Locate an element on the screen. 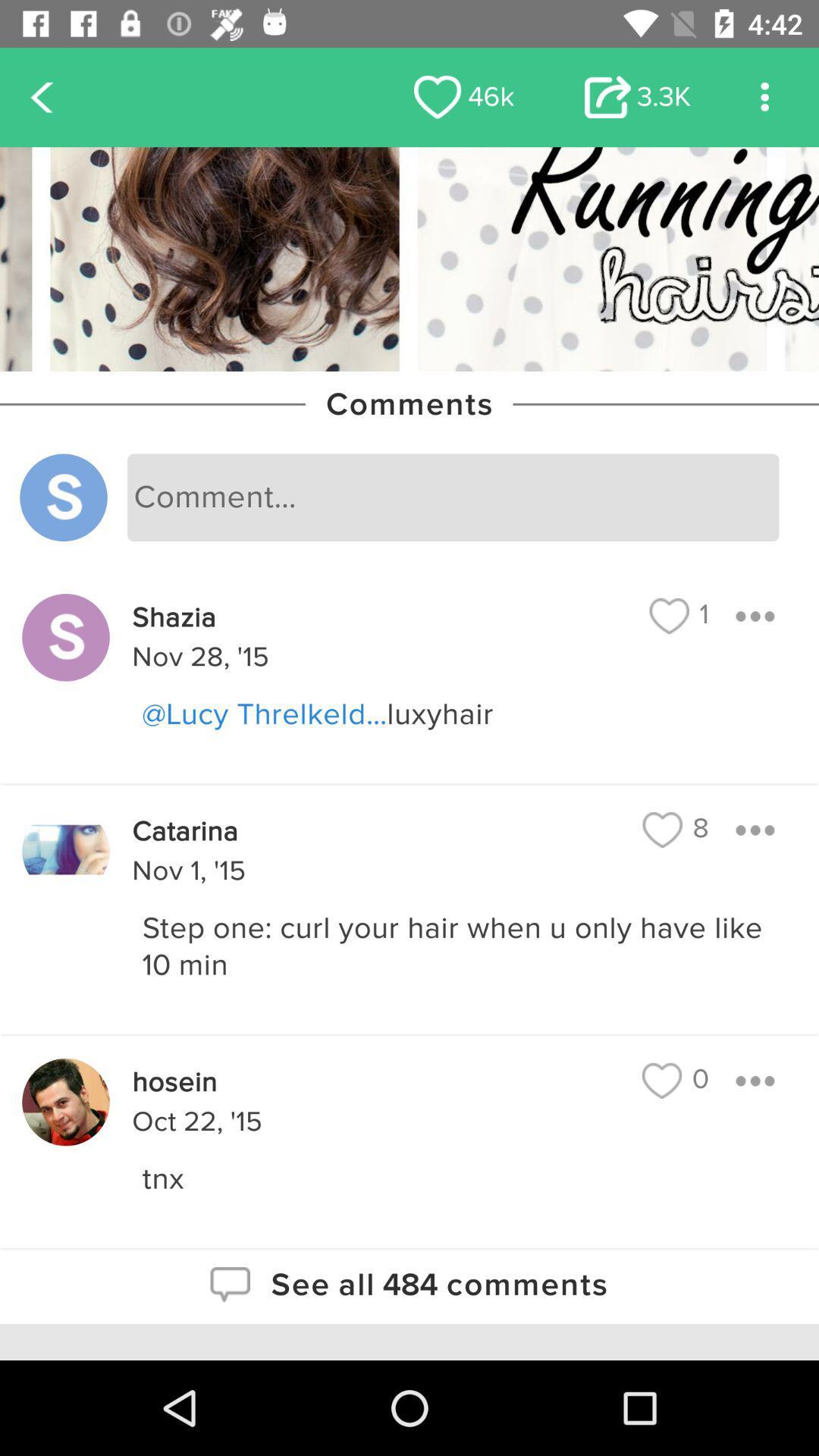 Image resolution: width=819 pixels, height=1456 pixels. something is located at coordinates (755, 829).